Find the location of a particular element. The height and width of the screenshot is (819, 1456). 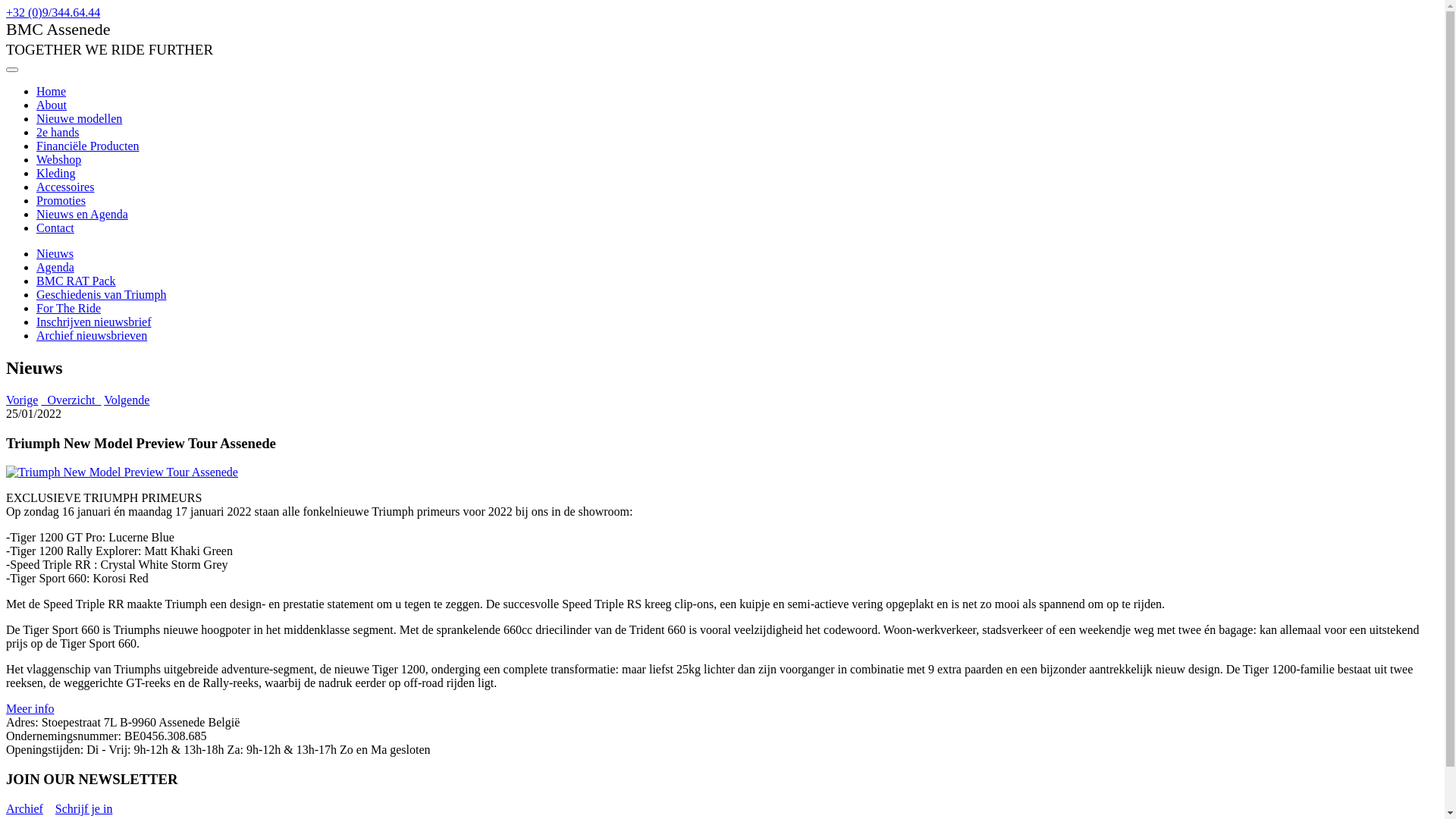

'Home' is located at coordinates (51, 91).